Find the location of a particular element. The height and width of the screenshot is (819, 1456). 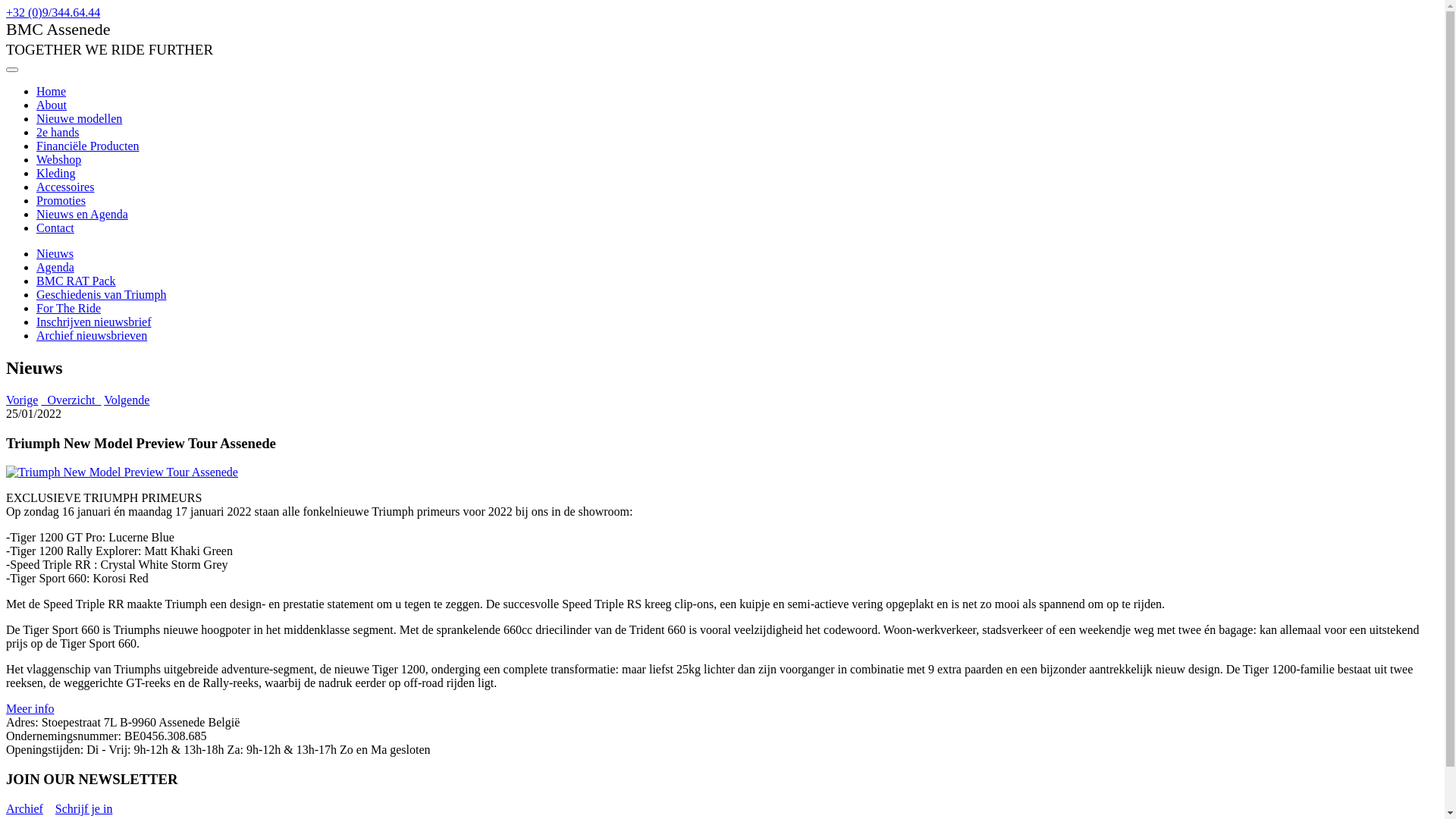

'Home' is located at coordinates (51, 91).